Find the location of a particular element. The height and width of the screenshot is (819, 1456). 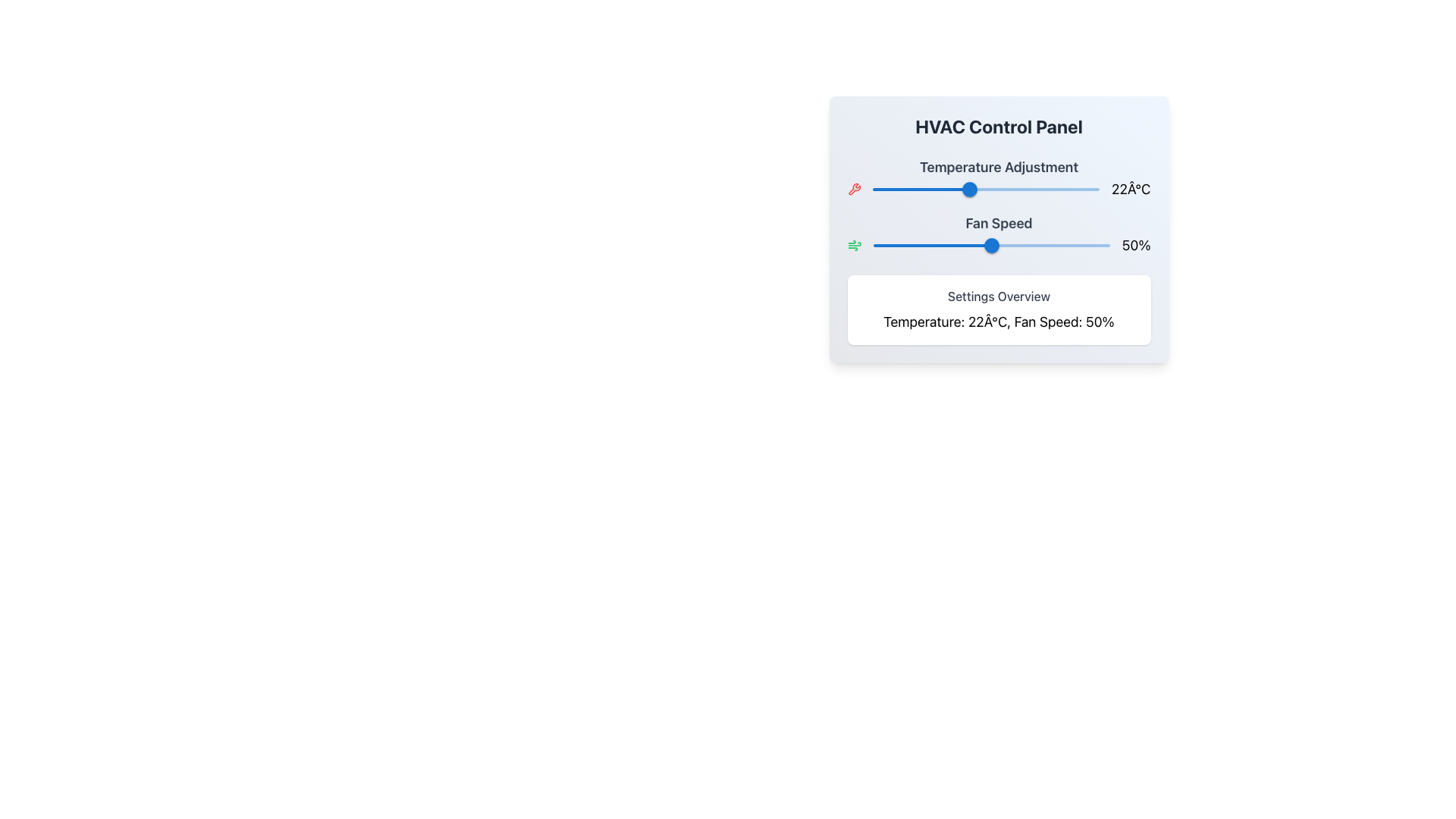

the temperature is located at coordinates (925, 189).